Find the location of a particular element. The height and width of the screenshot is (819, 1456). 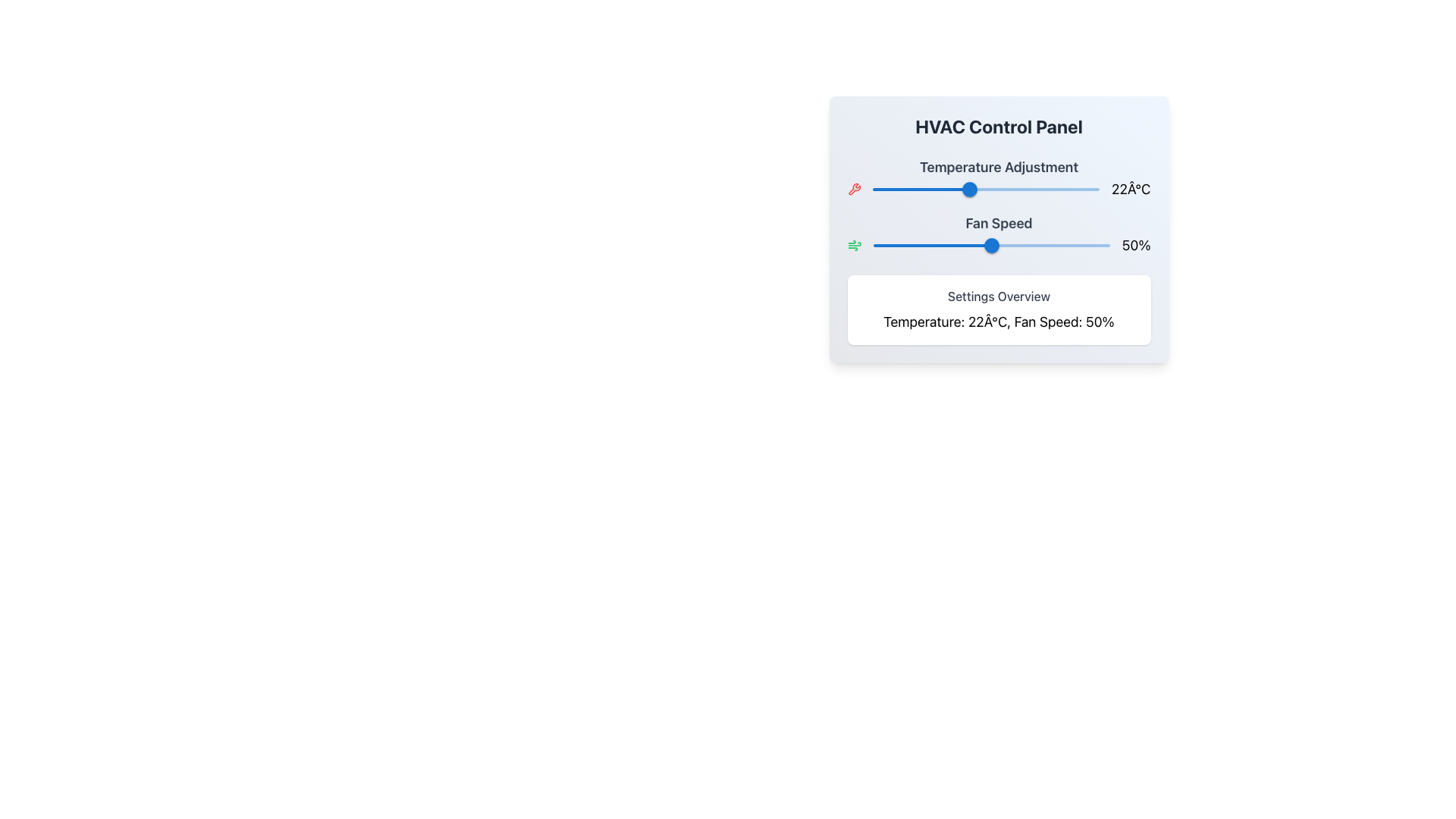

the temperature is located at coordinates (925, 189).